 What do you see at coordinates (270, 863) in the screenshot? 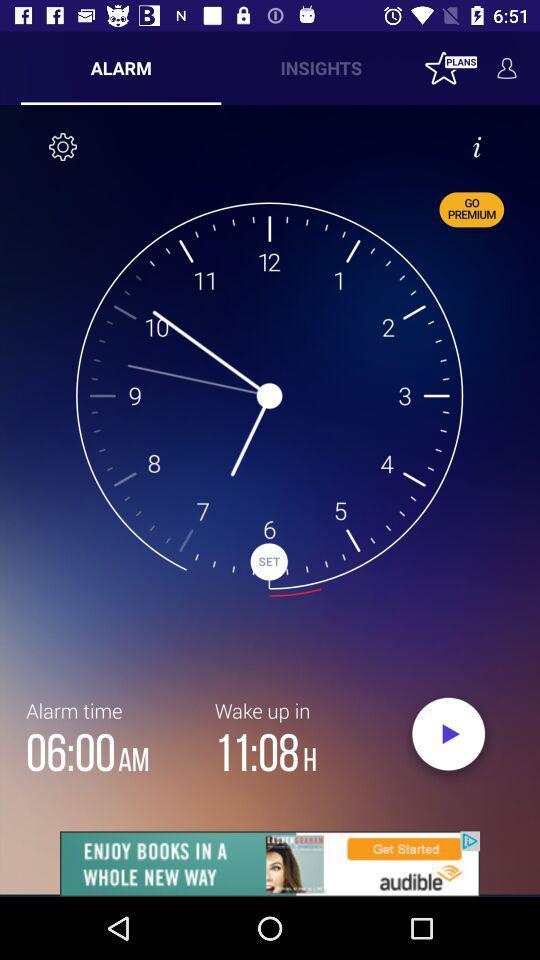
I see `its an advertisement` at bounding box center [270, 863].